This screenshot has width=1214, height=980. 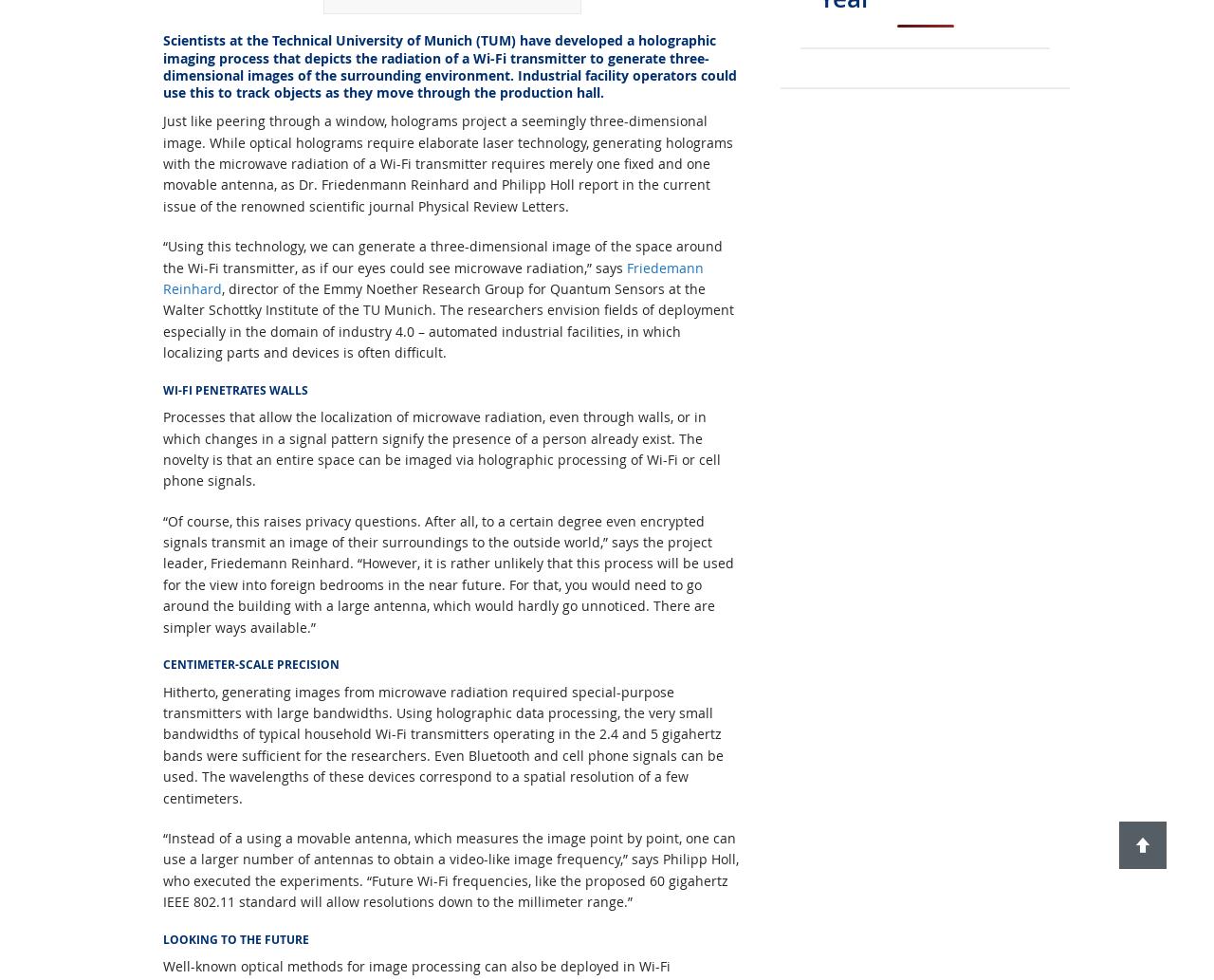 I want to click on 'LOOKING TO THE FUTURE', so click(x=234, y=937).